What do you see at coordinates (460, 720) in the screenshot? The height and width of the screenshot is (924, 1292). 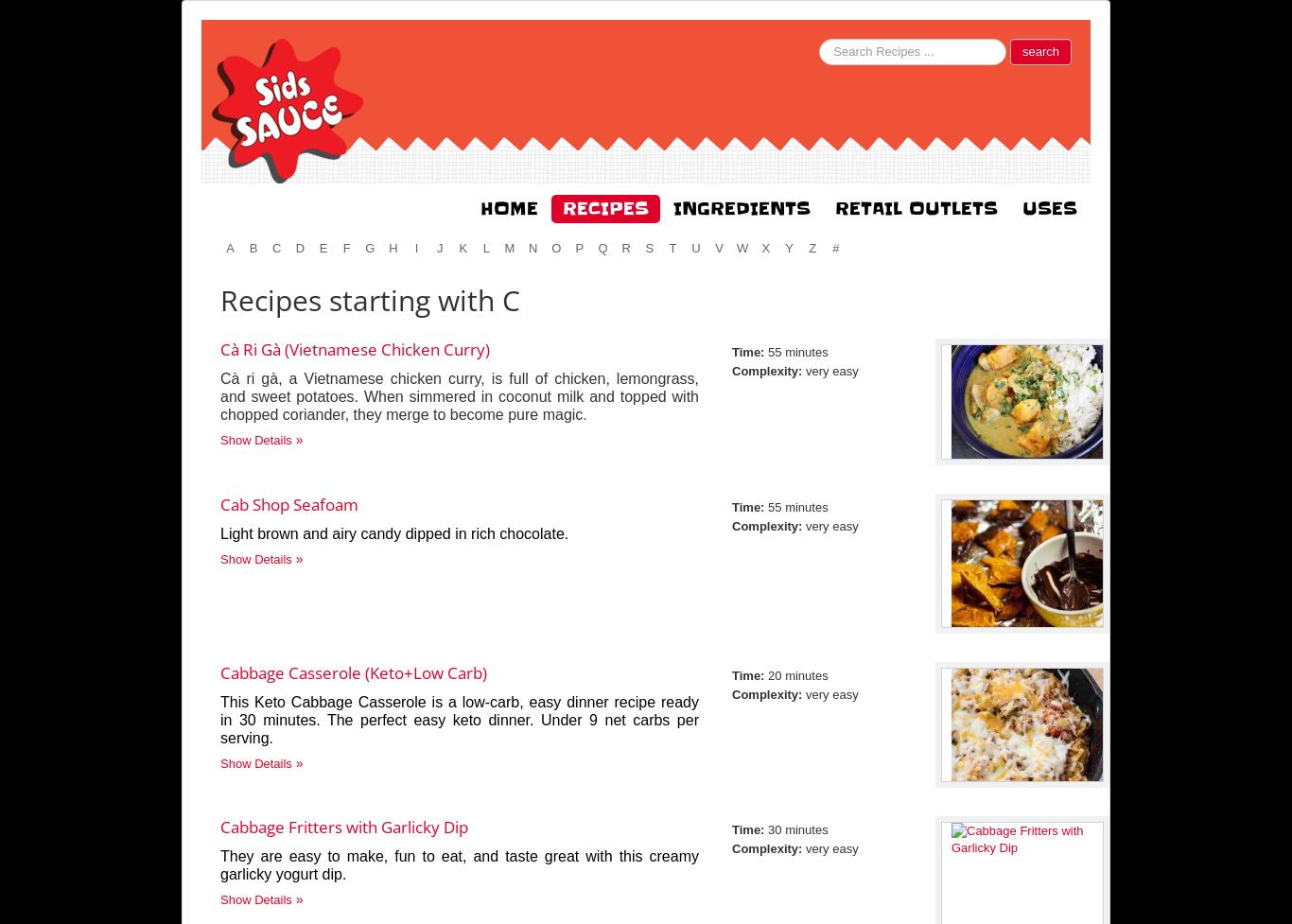 I see `'This Keto Cabbage Casserole is a low-carb, easy dinner recipe ready in 30 minutes. The perfect easy keto dinner. Under 9 net carbs per serving.'` at bounding box center [460, 720].